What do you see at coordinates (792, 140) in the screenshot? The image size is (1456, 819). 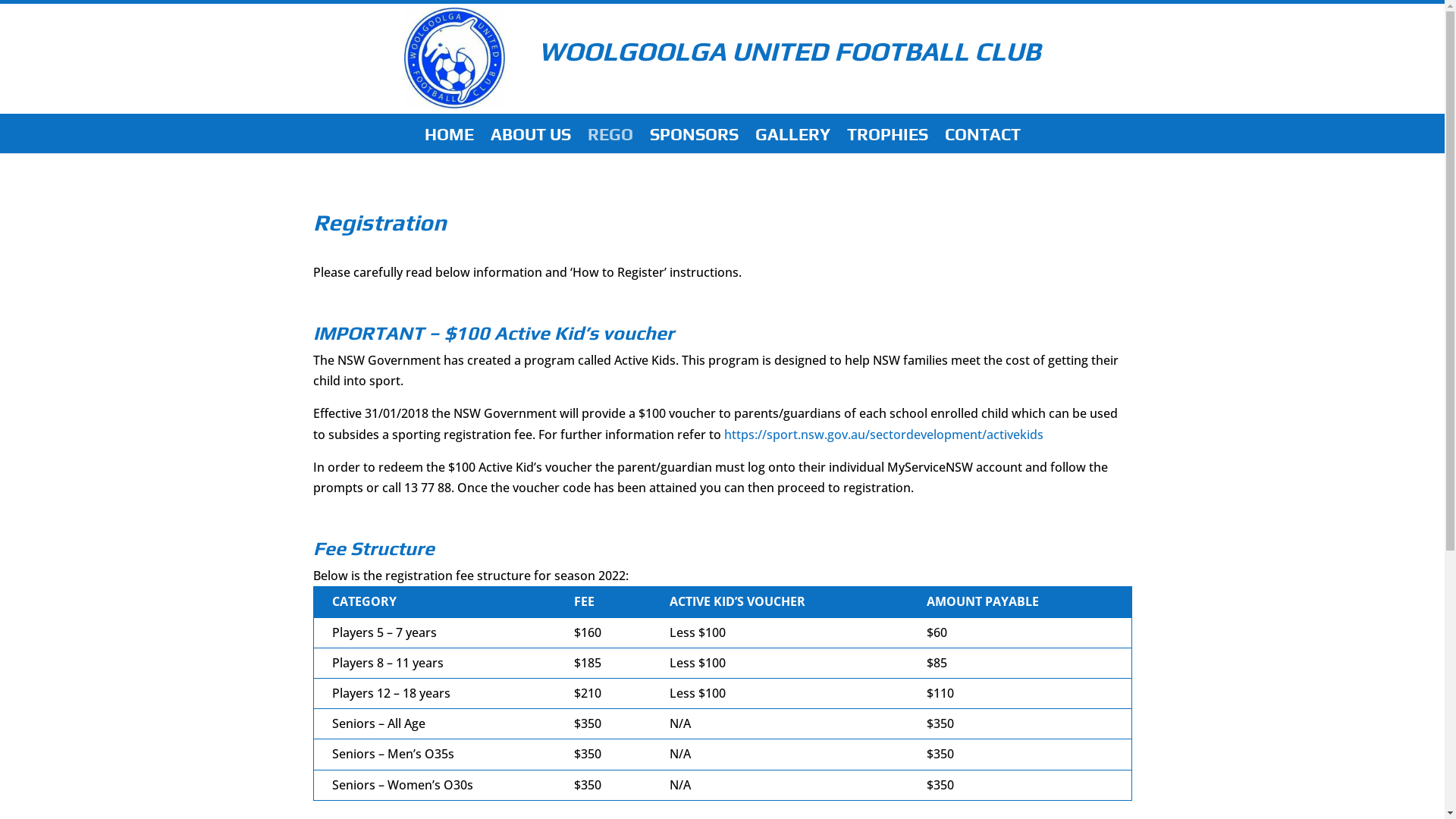 I see `'GALLERY'` at bounding box center [792, 140].